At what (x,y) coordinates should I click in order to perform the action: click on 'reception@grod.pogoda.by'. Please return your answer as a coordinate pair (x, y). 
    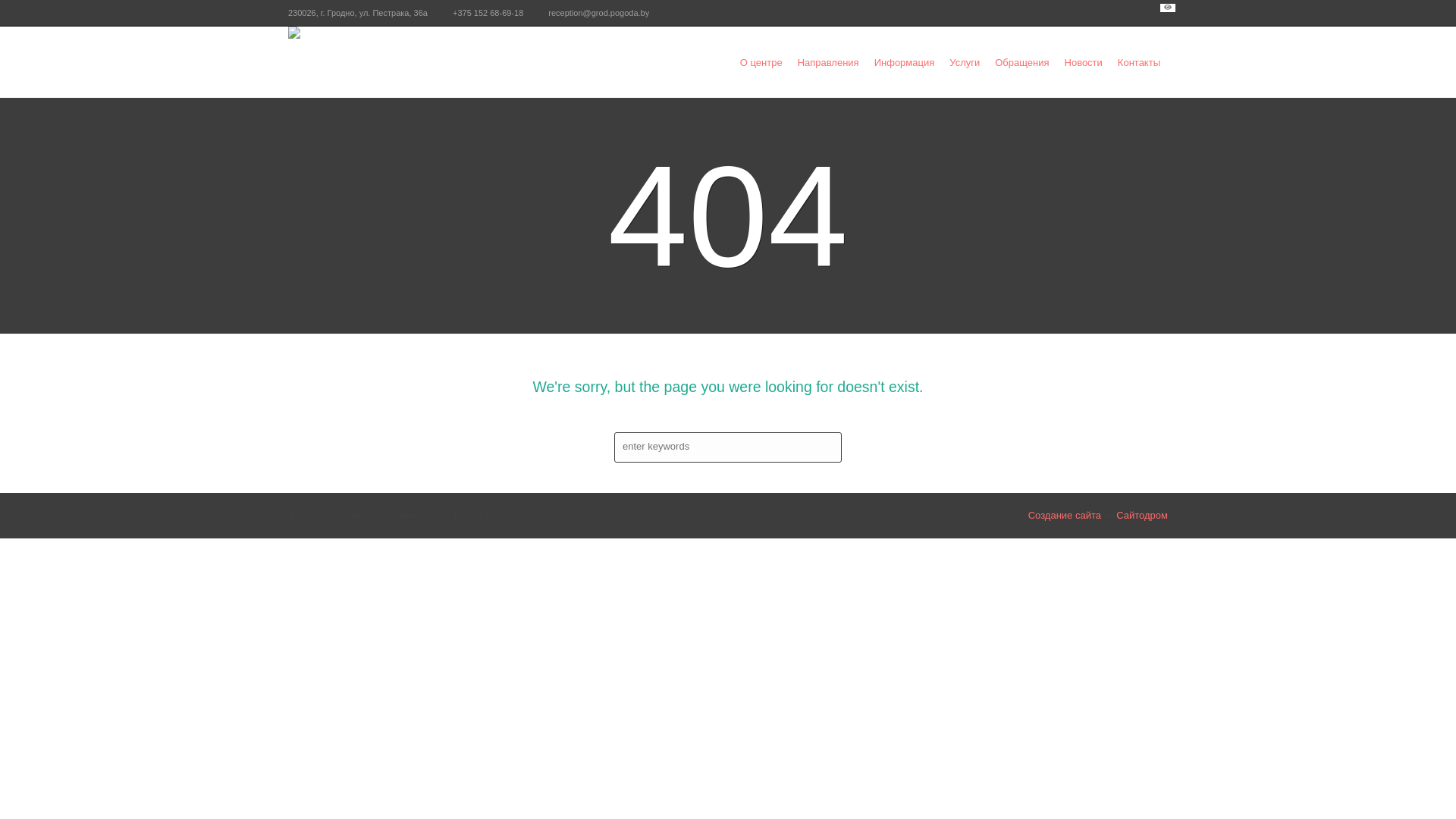
    Looking at the image, I should click on (598, 11).